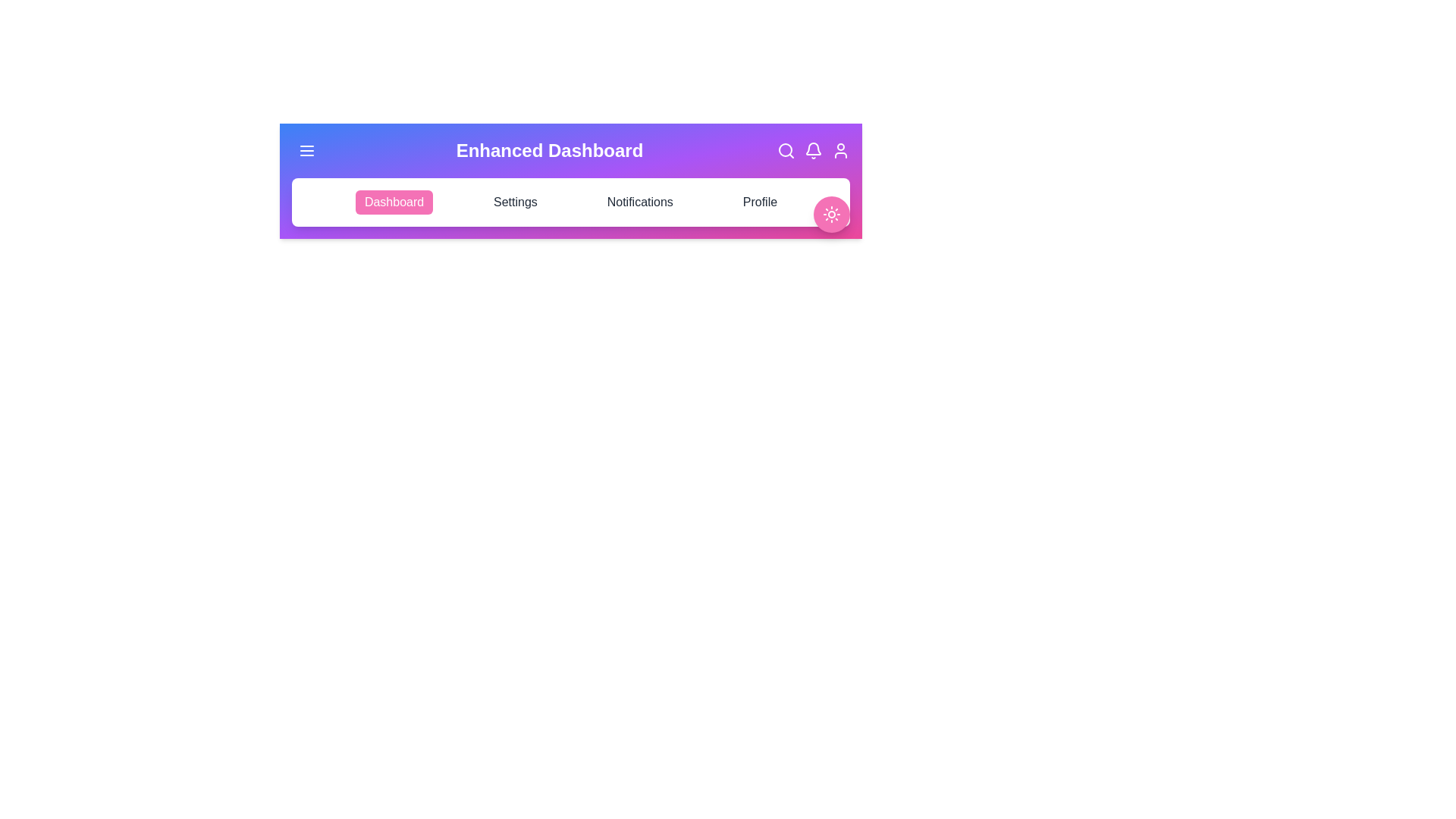 Image resolution: width=1456 pixels, height=819 pixels. Describe the element at coordinates (839, 151) in the screenshot. I see `the profile icon in the top-right corner of the app bar` at that location.